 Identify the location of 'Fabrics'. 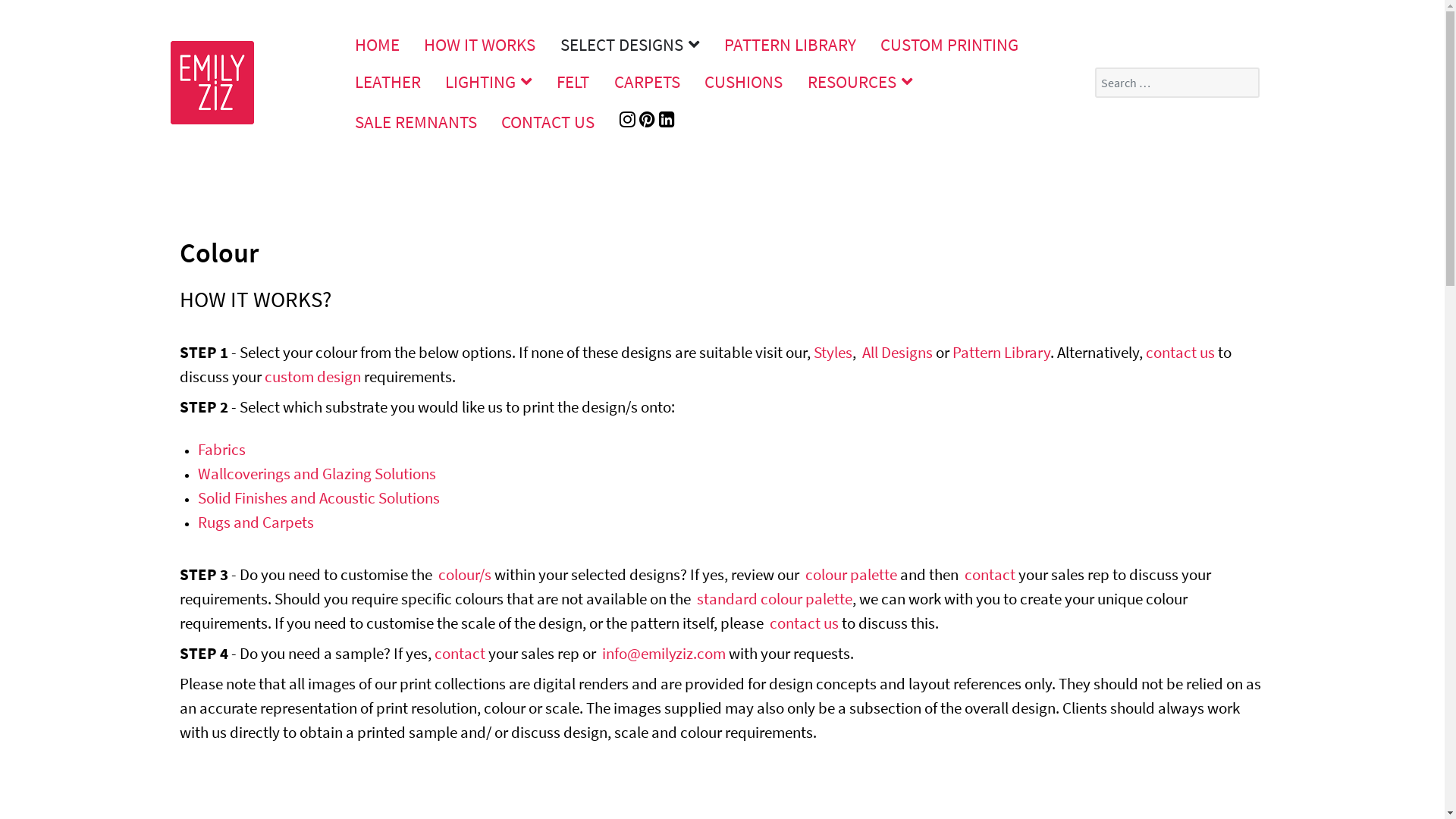
(220, 448).